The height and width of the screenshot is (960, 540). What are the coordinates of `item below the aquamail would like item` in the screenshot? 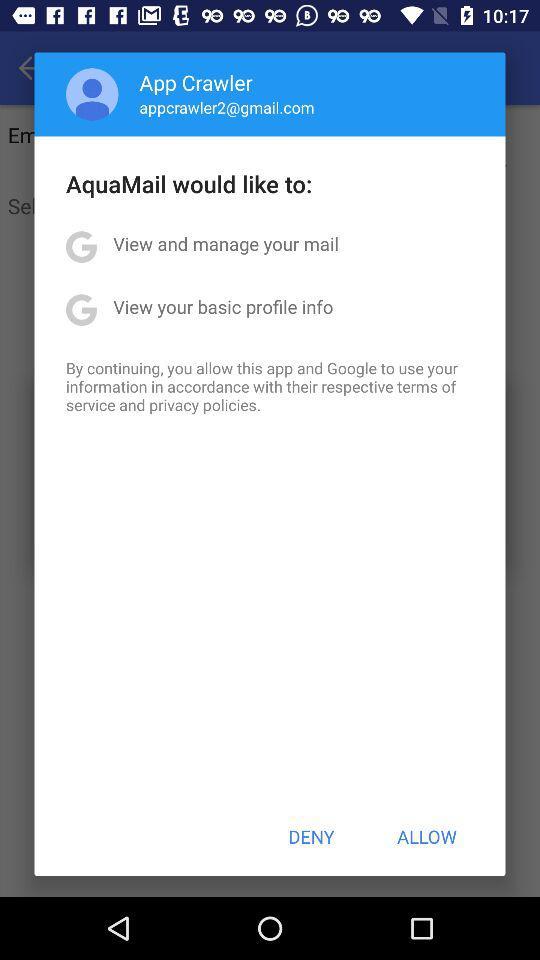 It's located at (225, 242).